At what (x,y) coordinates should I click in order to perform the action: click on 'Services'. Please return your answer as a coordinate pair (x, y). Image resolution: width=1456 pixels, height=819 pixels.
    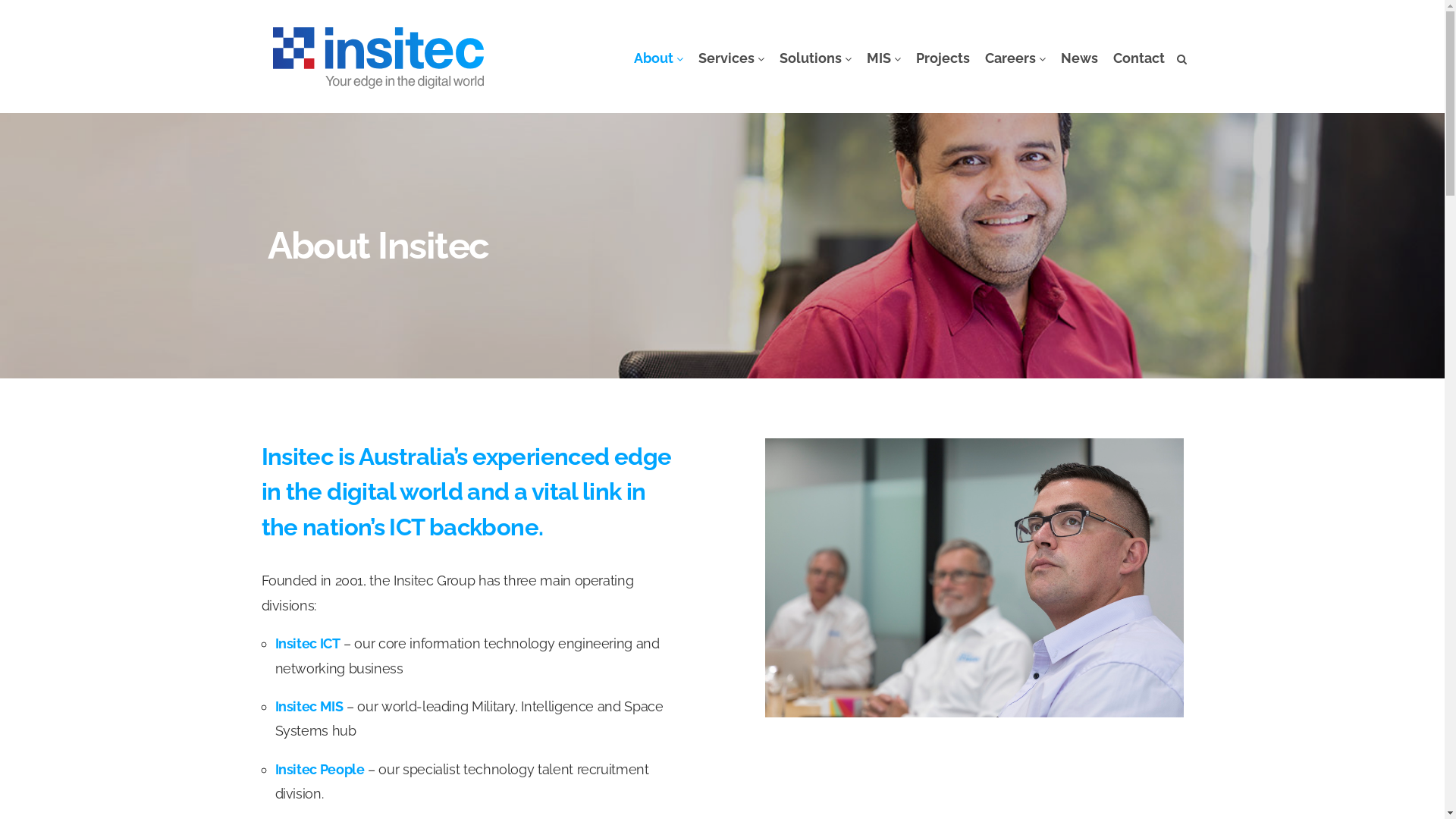
    Looking at the image, I should click on (730, 58).